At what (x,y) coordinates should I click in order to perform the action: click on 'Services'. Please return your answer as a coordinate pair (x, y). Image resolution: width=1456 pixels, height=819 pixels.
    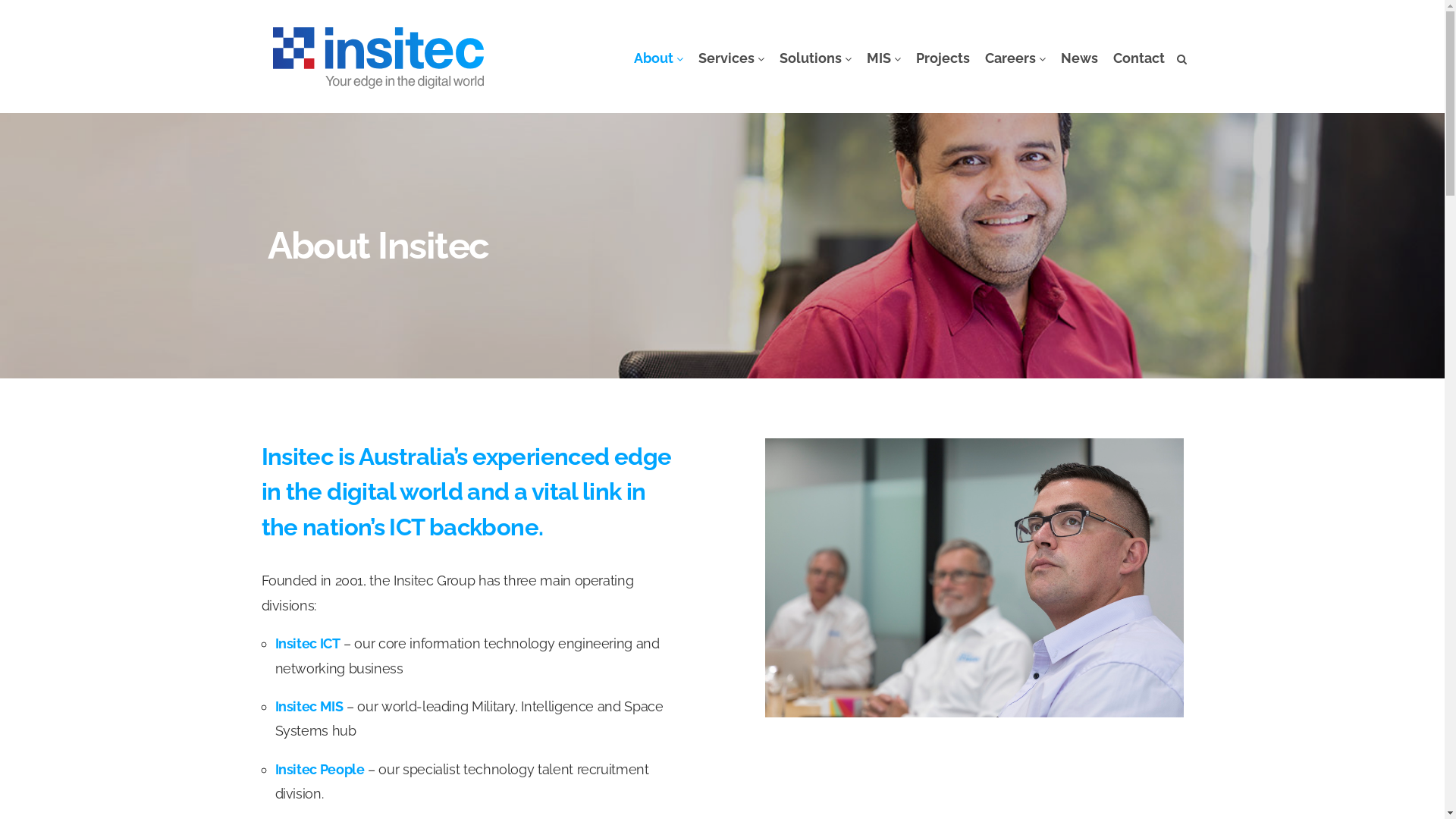
    Looking at the image, I should click on (730, 58).